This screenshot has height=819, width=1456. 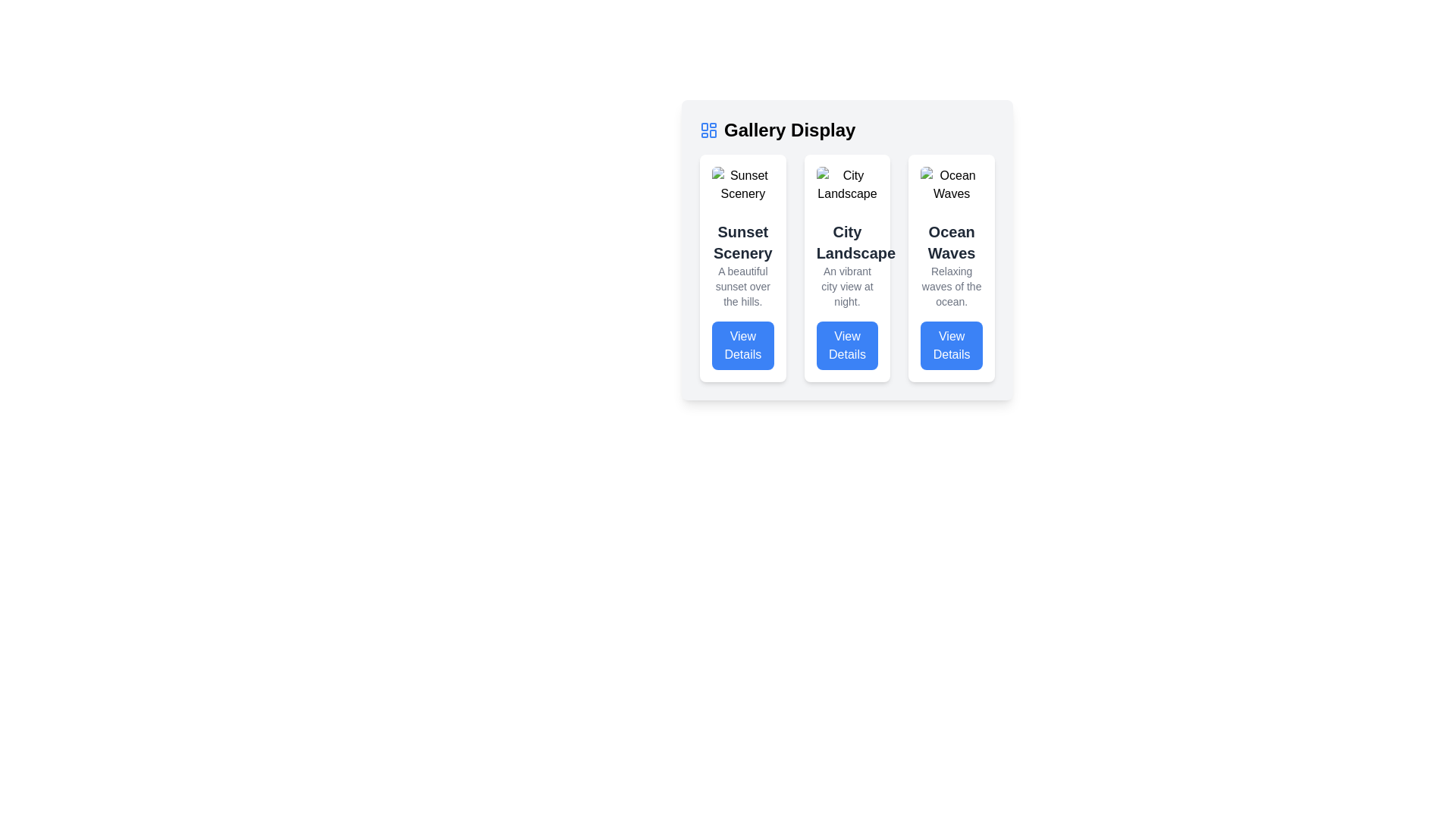 I want to click on the static text displaying 'A beautiful sunset over the hills.' which is located in the first card under the title 'Sunset Scenery' and above the button 'View Details', so click(x=742, y=287).